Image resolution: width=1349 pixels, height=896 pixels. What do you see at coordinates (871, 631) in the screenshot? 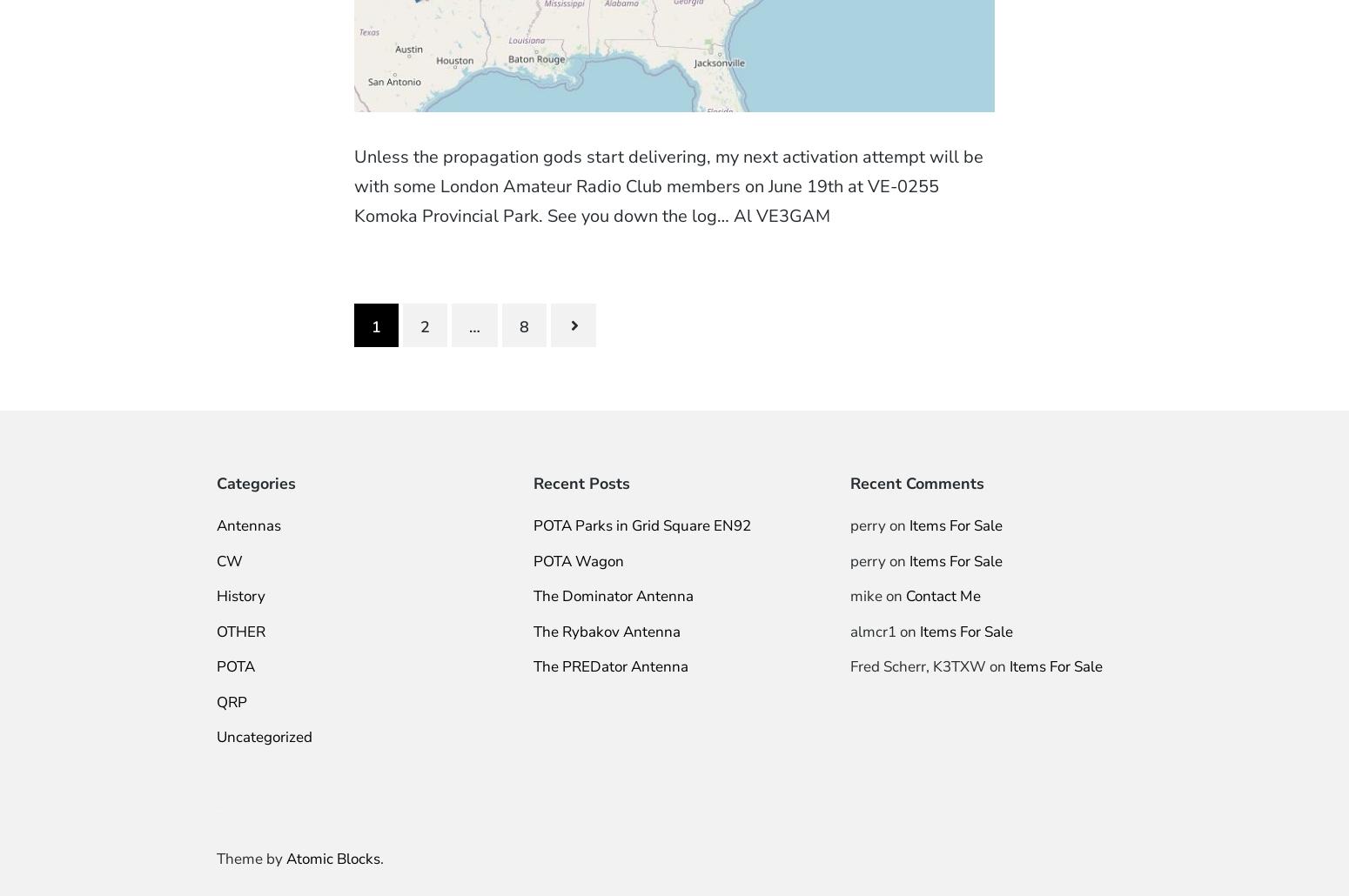
I see `'almcr1'` at bounding box center [871, 631].